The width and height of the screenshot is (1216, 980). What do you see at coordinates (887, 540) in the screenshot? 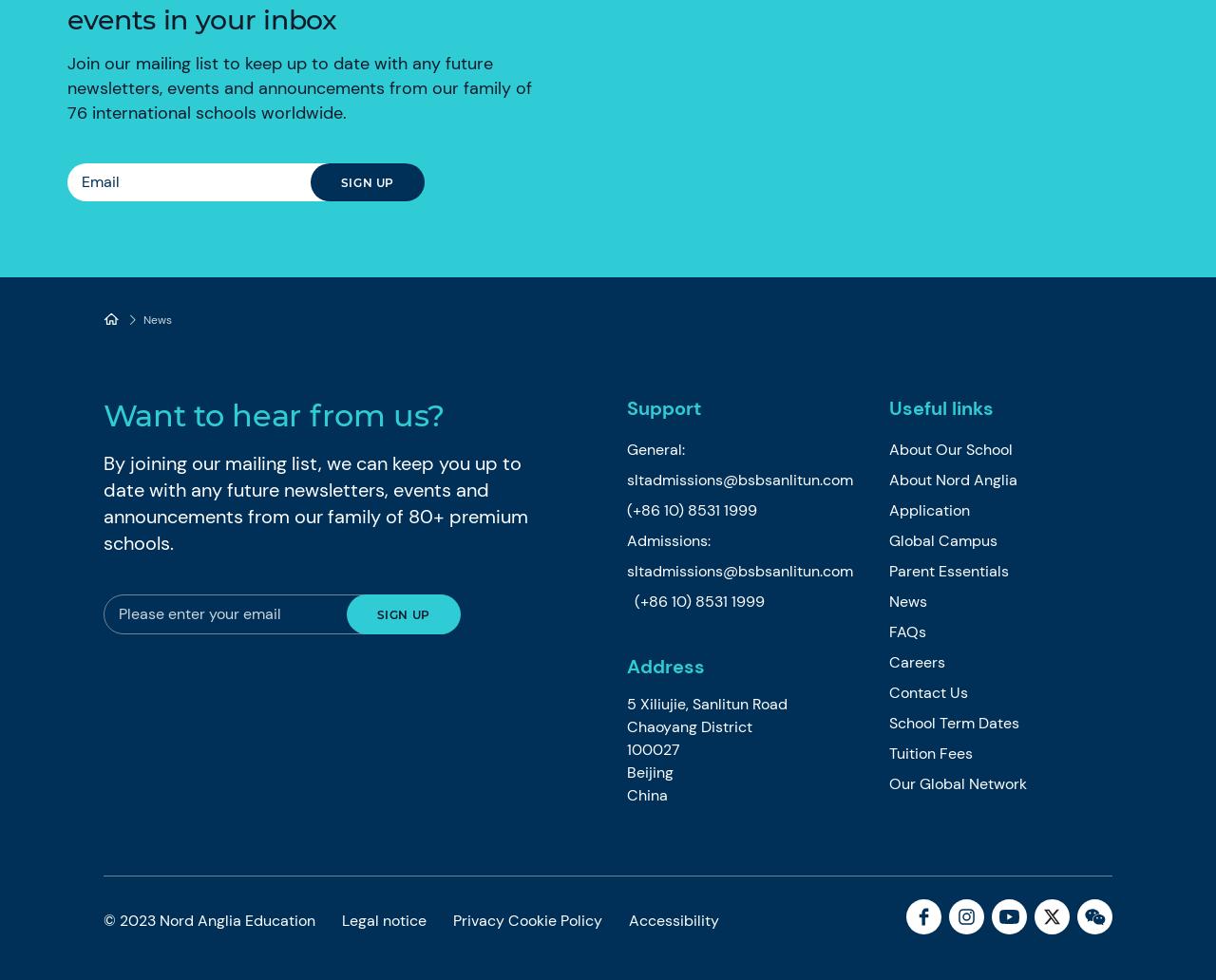
I see `'Global Campus'` at bounding box center [887, 540].